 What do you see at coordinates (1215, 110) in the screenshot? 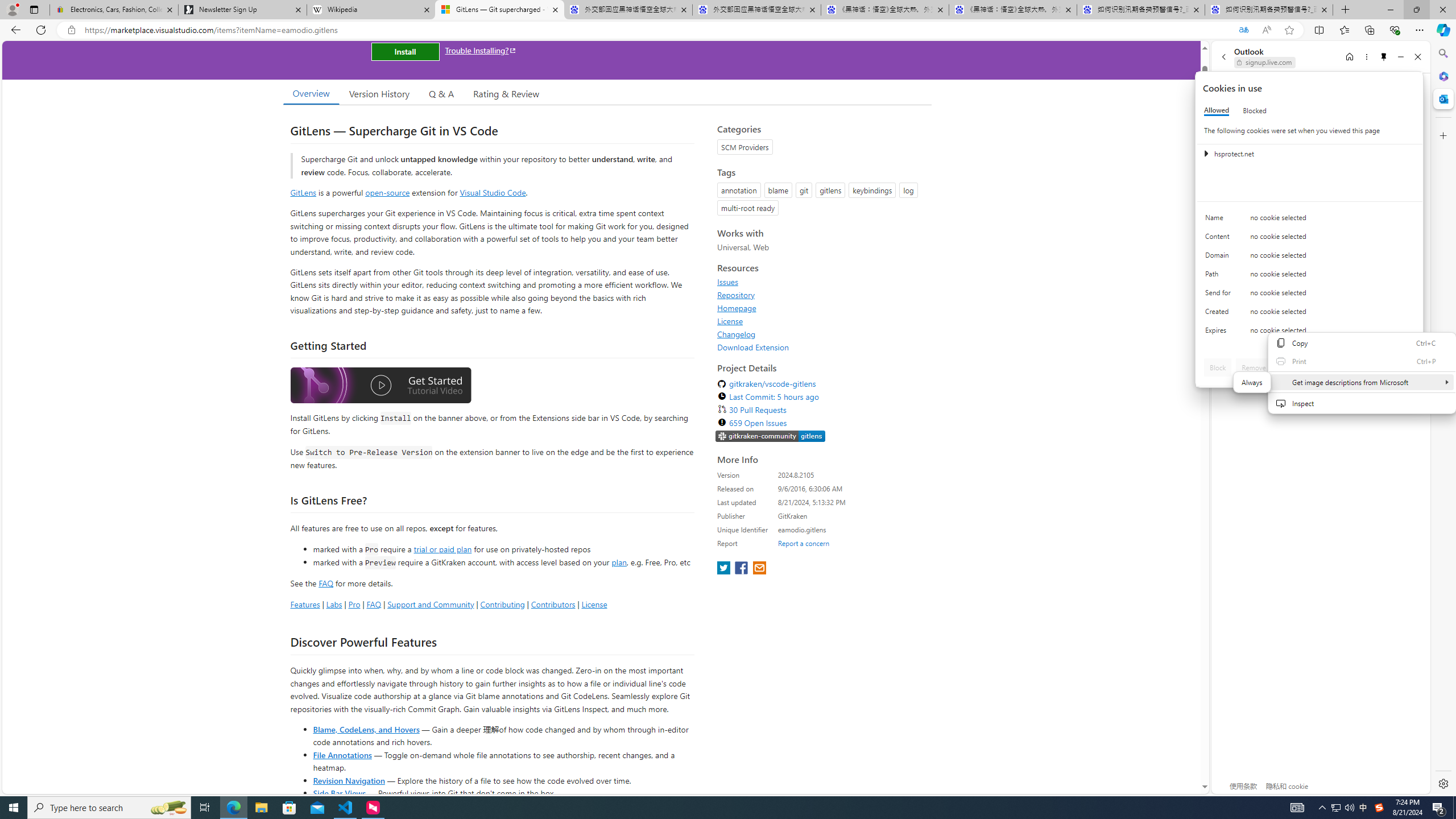
I see `'Allowed'` at bounding box center [1215, 110].